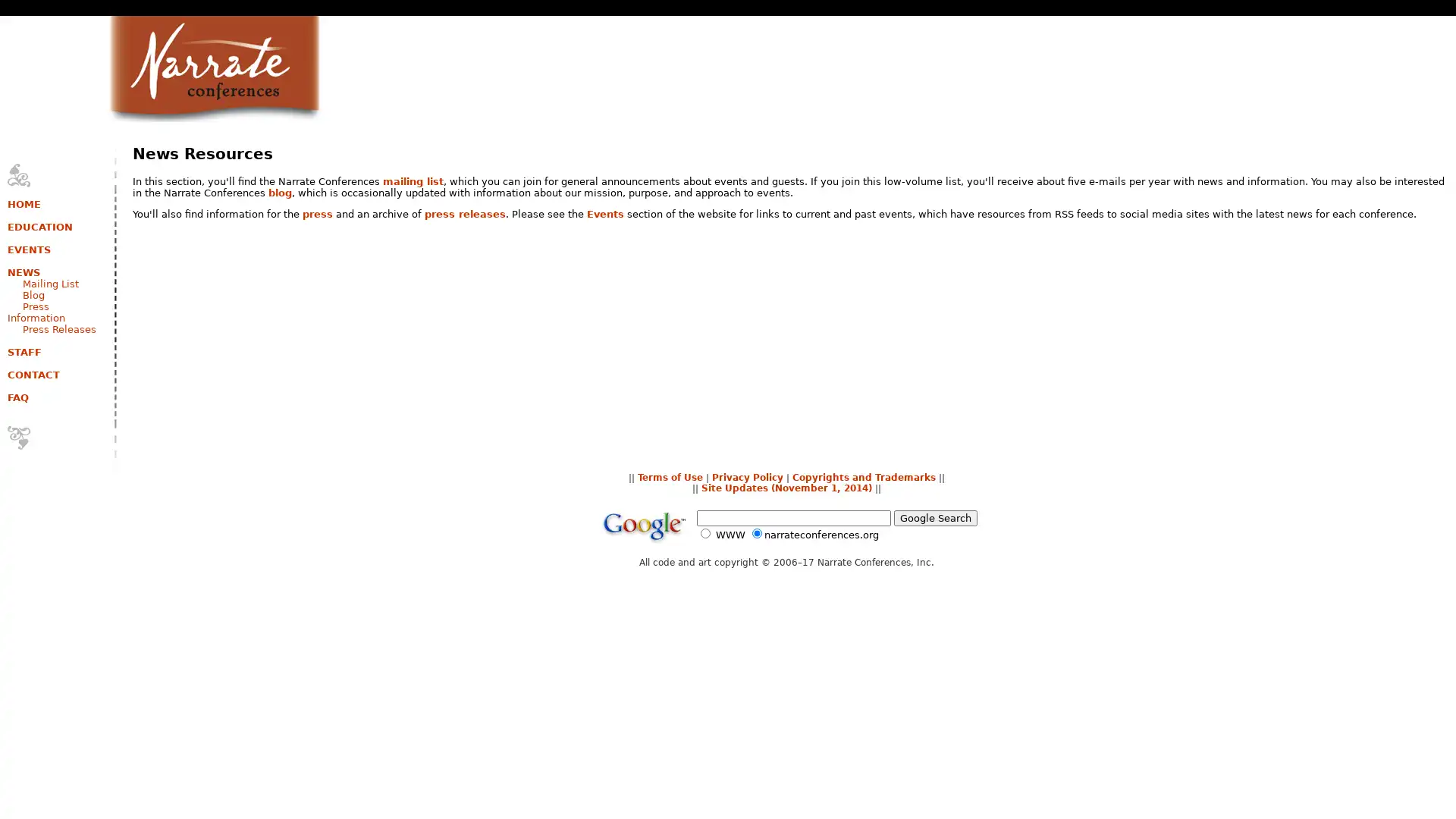  What do you see at coordinates (934, 516) in the screenshot?
I see `Google Search` at bounding box center [934, 516].